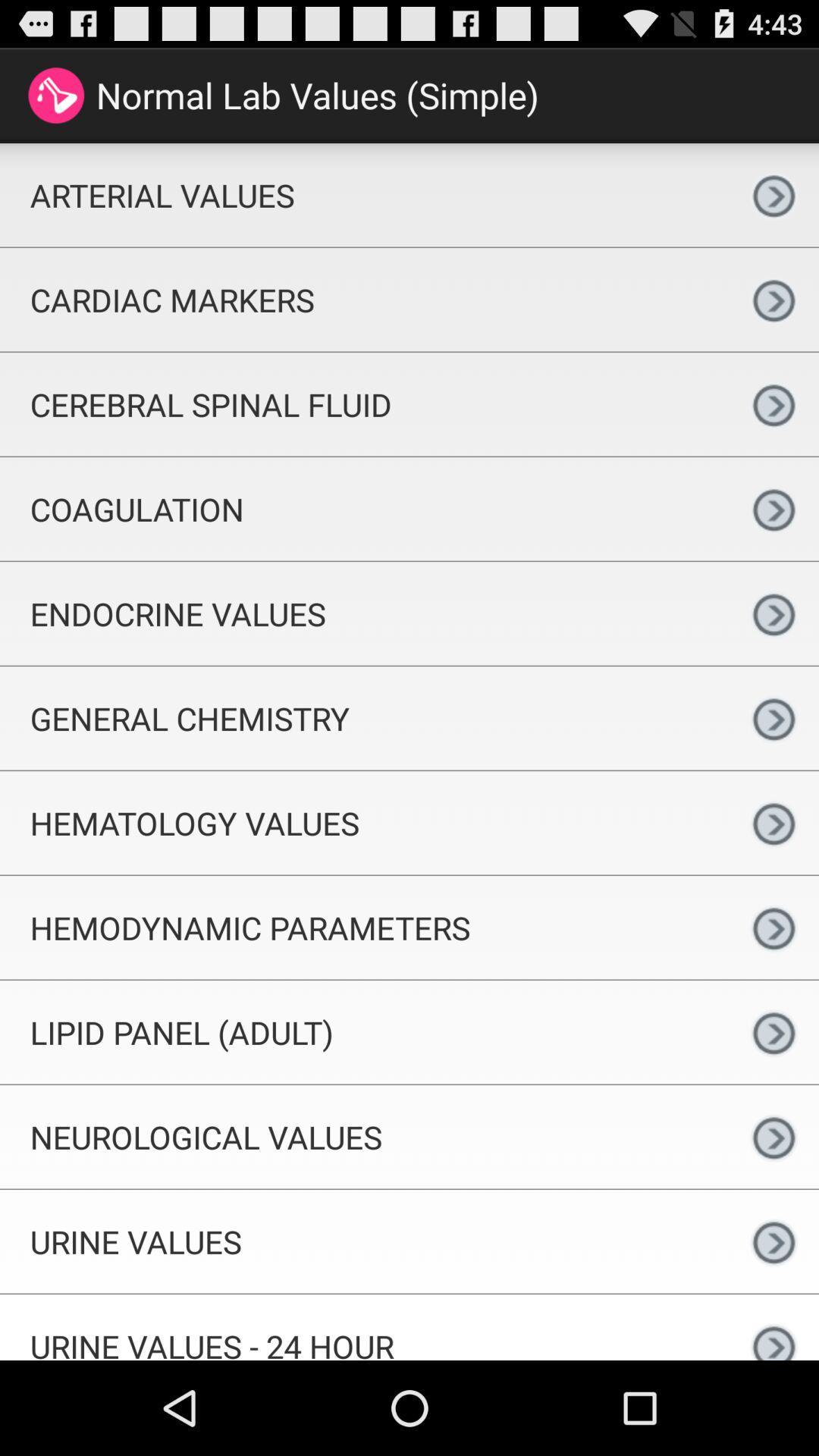 The width and height of the screenshot is (819, 1456). I want to click on item below the cerebral spinal fluid icon, so click(364, 509).